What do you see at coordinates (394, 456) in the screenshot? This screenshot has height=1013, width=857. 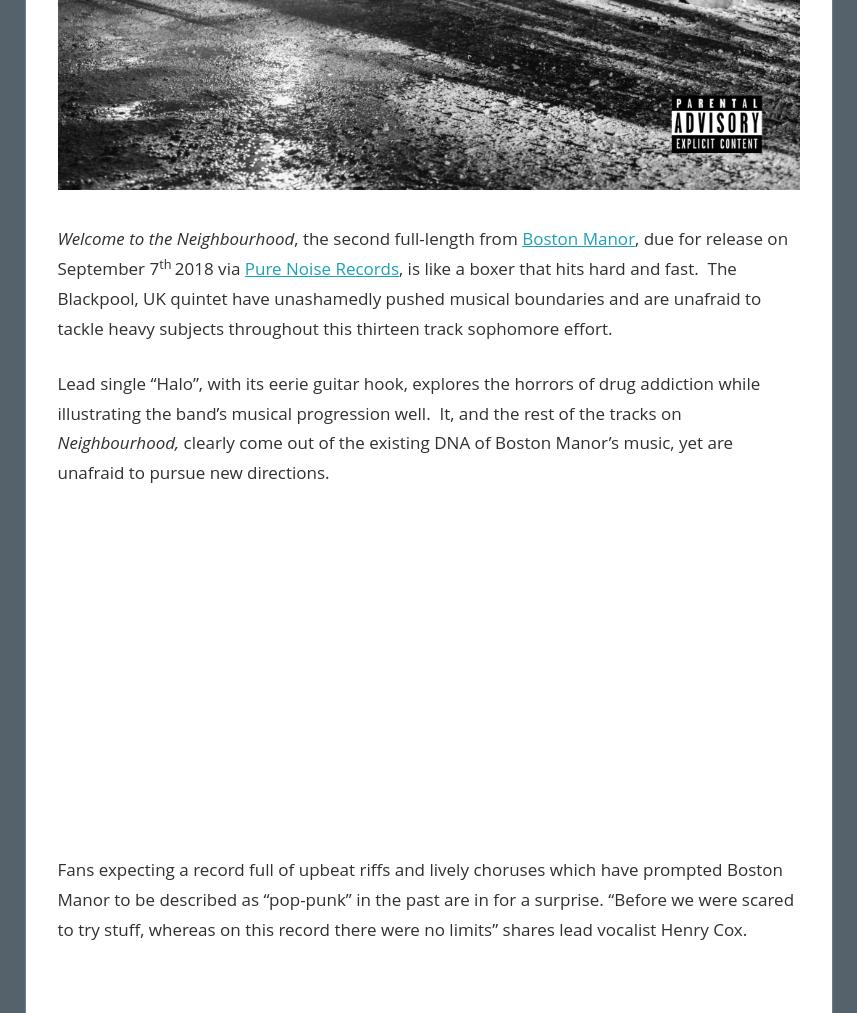 I see `'clearly come out of the existing DNA of Boston Manor’s music, yet are unafraid to pursue new directions.'` at bounding box center [394, 456].